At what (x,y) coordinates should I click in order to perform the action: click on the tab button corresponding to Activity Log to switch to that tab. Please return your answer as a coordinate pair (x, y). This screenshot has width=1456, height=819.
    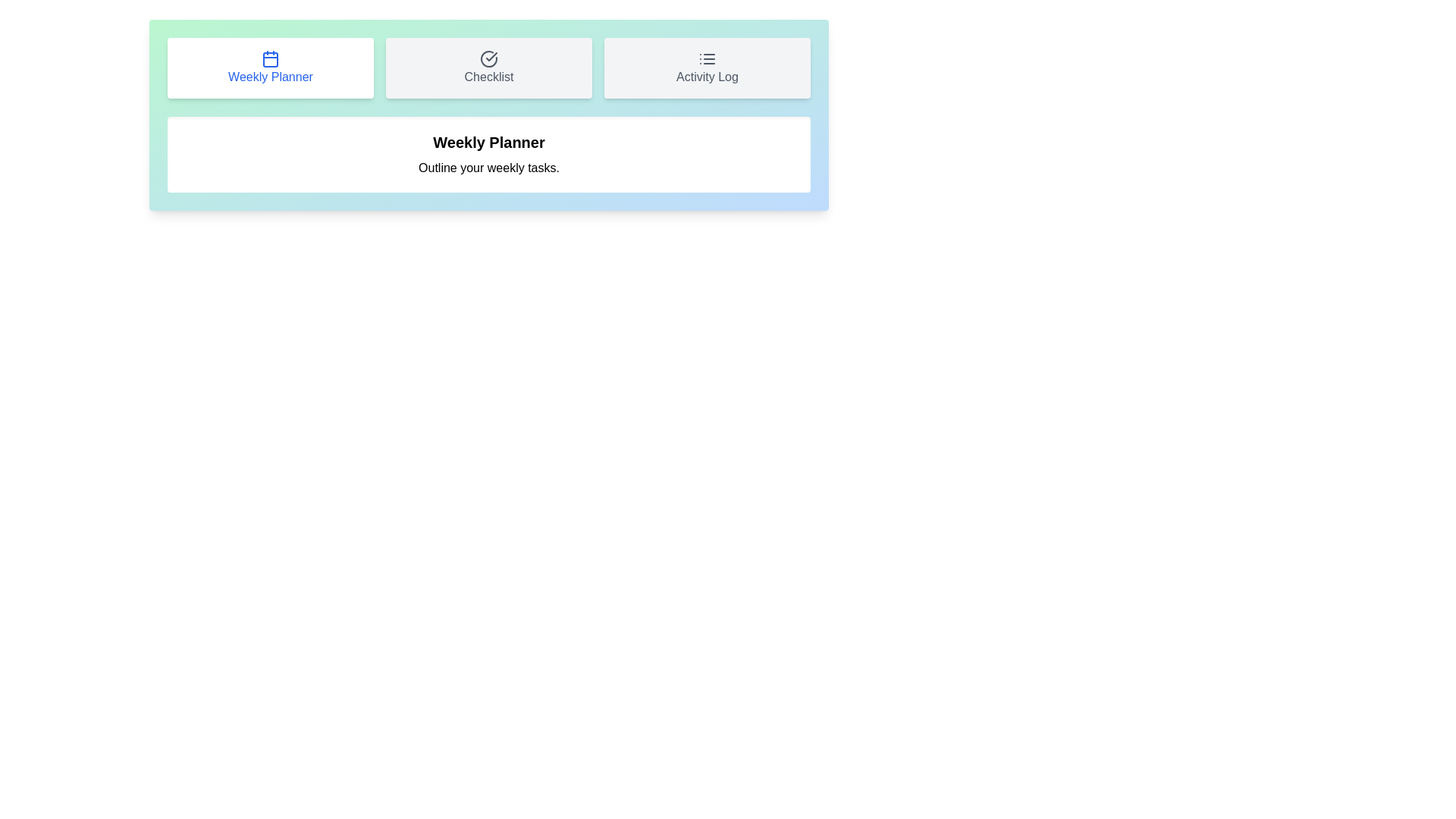
    Looking at the image, I should click on (706, 67).